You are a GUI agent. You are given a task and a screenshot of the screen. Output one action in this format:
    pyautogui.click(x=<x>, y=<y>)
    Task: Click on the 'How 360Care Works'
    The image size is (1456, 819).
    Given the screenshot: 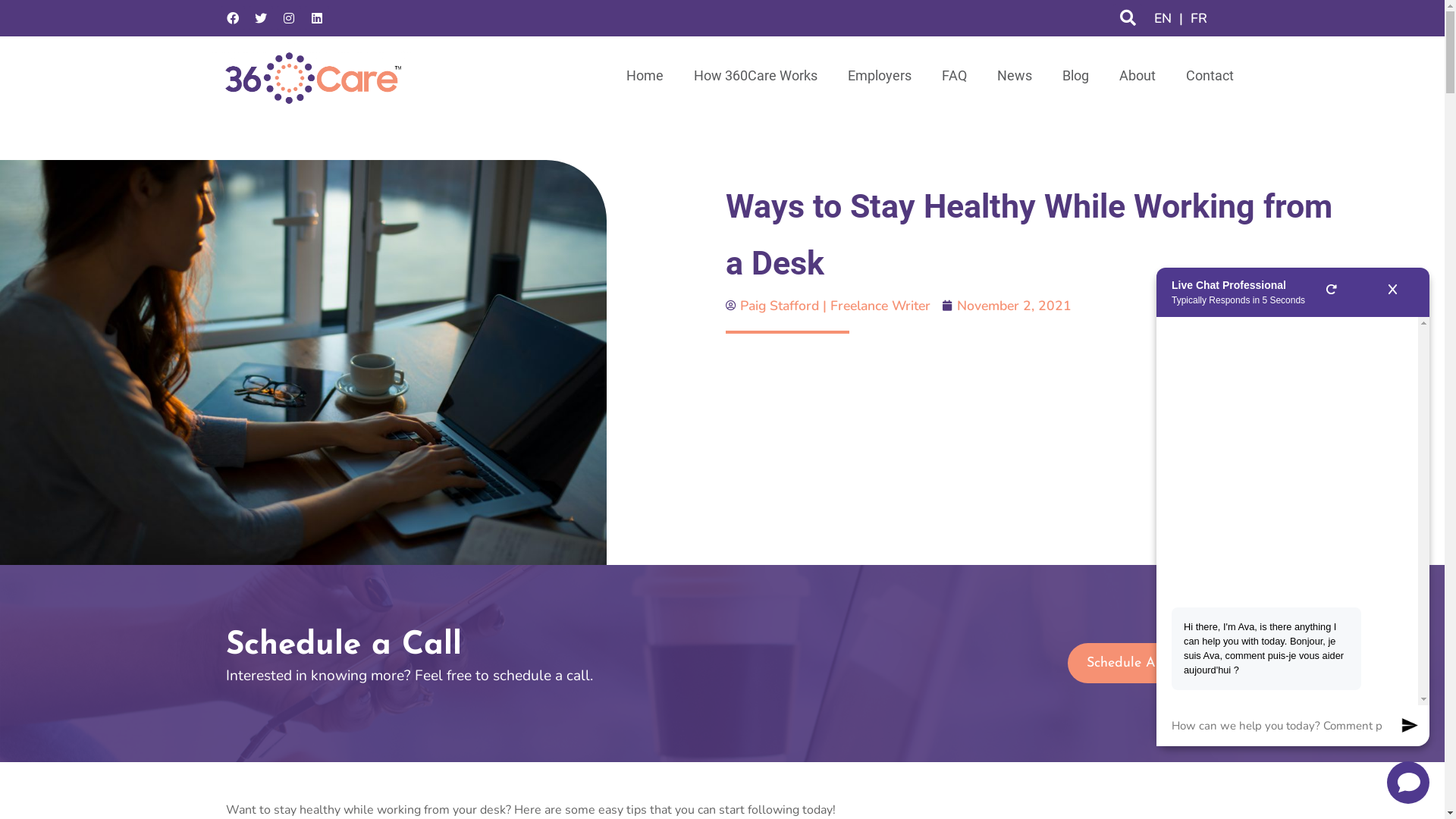 What is the action you would take?
    pyautogui.click(x=755, y=76)
    